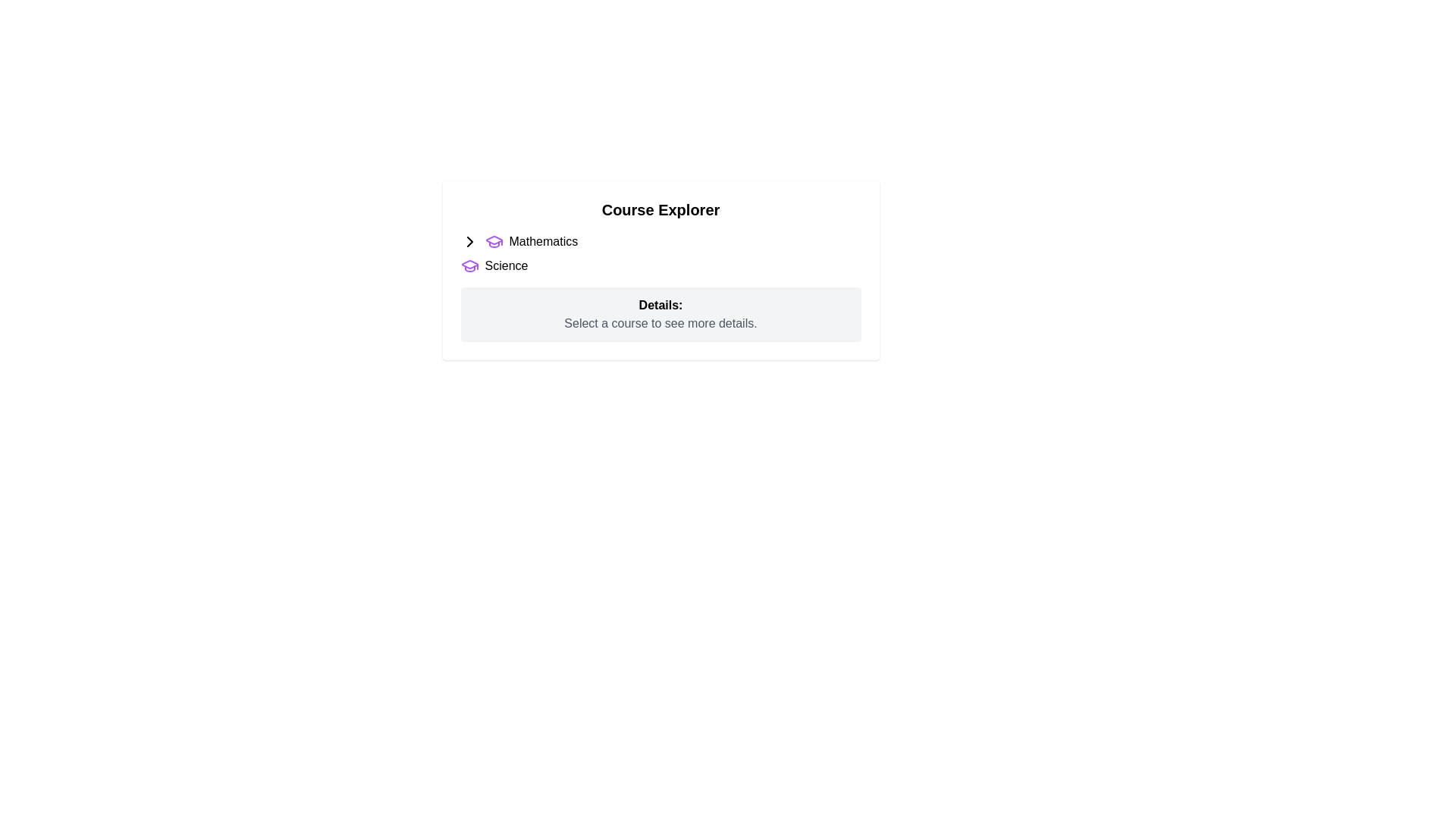  What do you see at coordinates (506, 265) in the screenshot?
I see `the 'Science' text label, which is the second item in the vertical list below 'Course Explorer'` at bounding box center [506, 265].